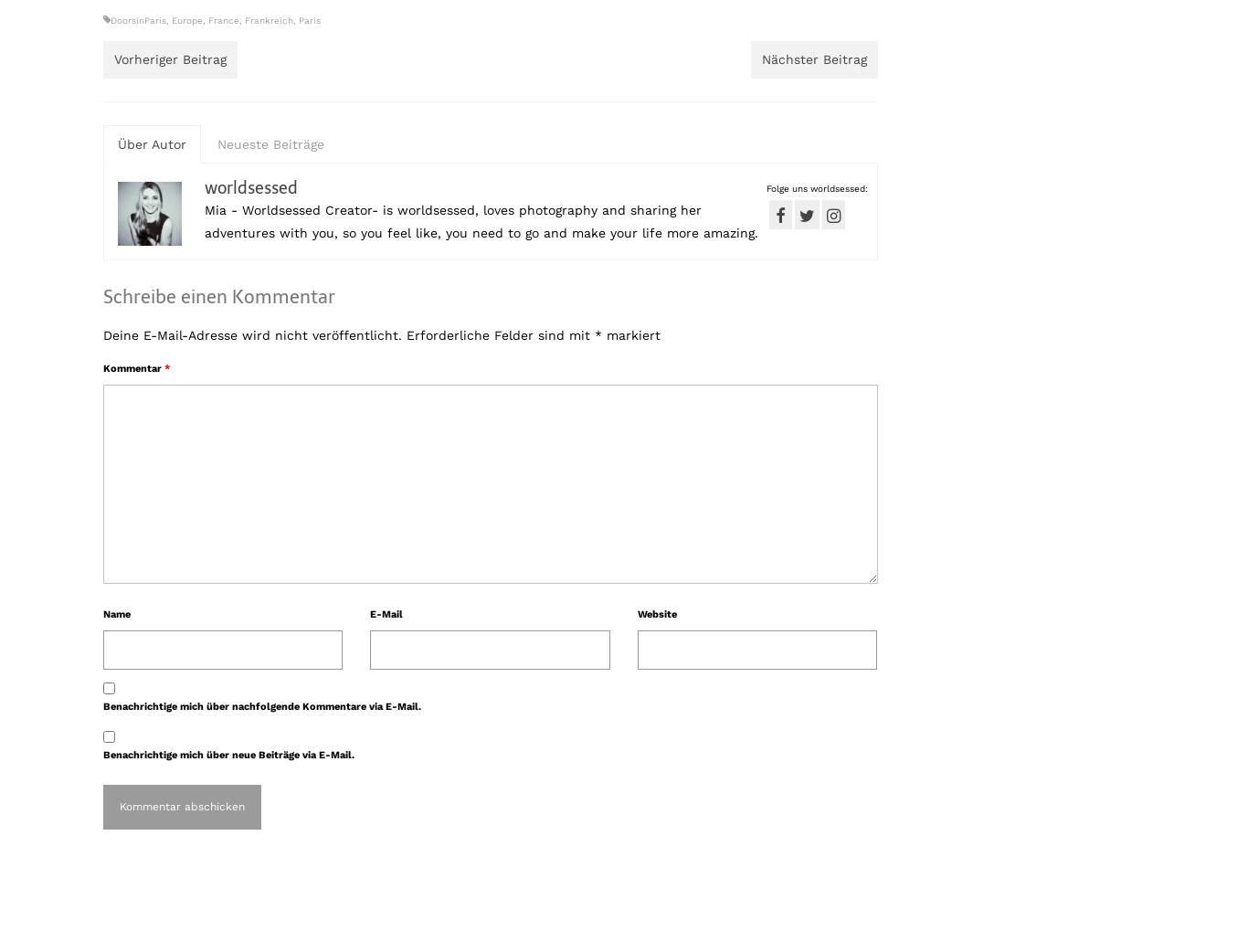  I want to click on 'France', so click(224, 19).